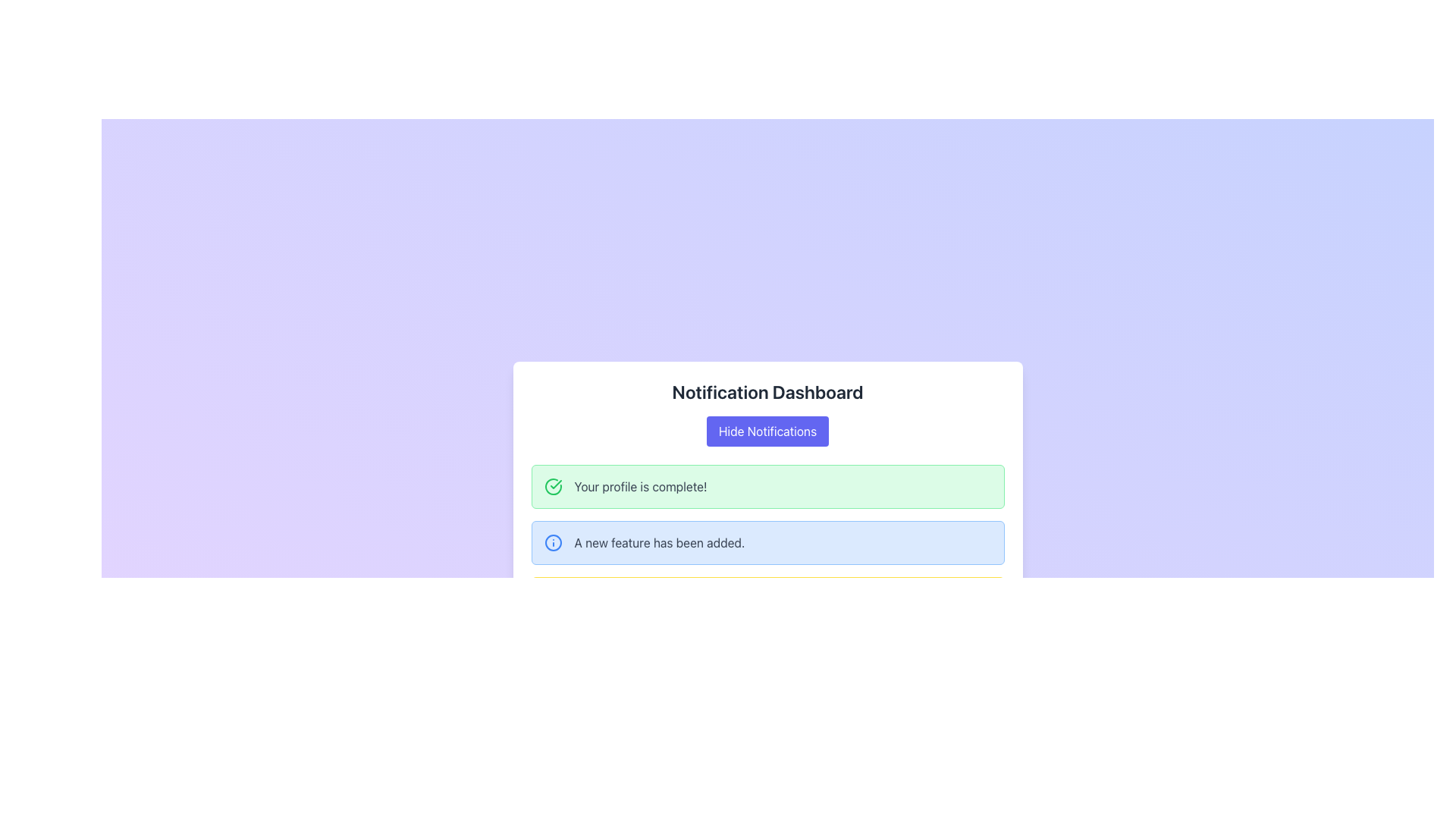 This screenshot has width=1456, height=819. What do you see at coordinates (659, 542) in the screenshot?
I see `the static text label displaying 'A new feature has been added.' located within the light blue notification card` at bounding box center [659, 542].